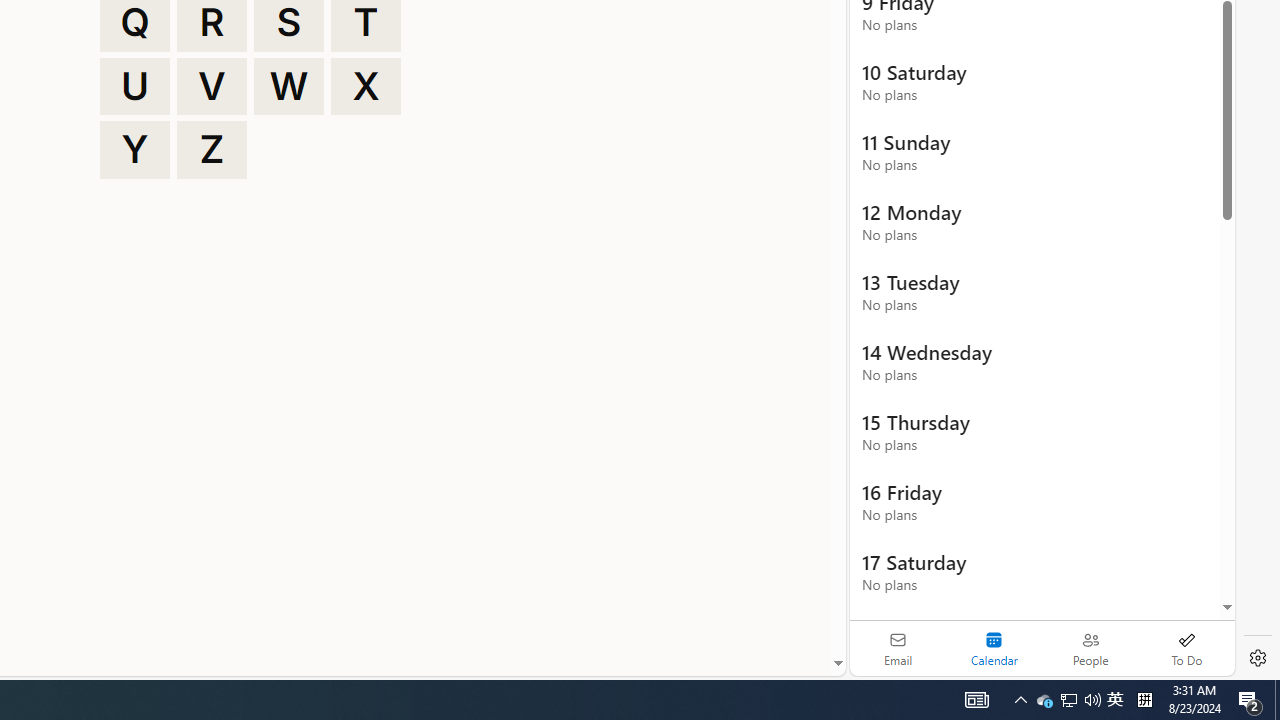  I want to click on 'V', so click(212, 85).